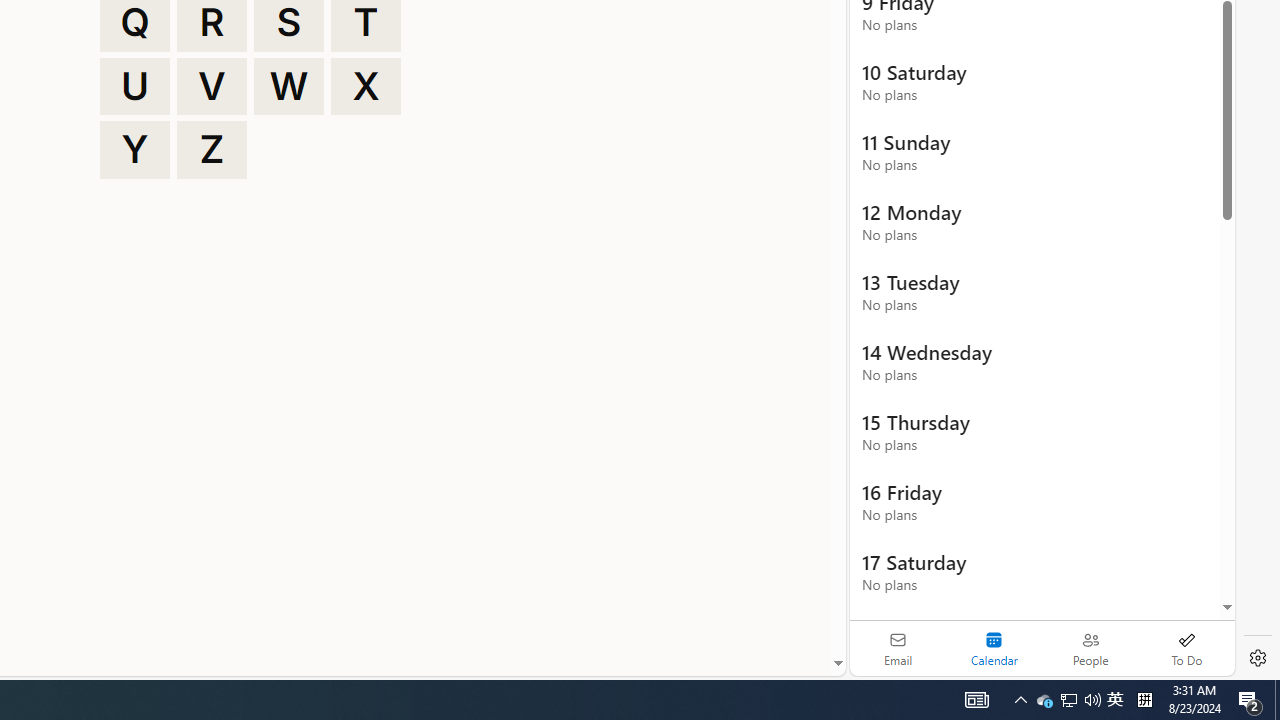  I want to click on 'V', so click(212, 85).